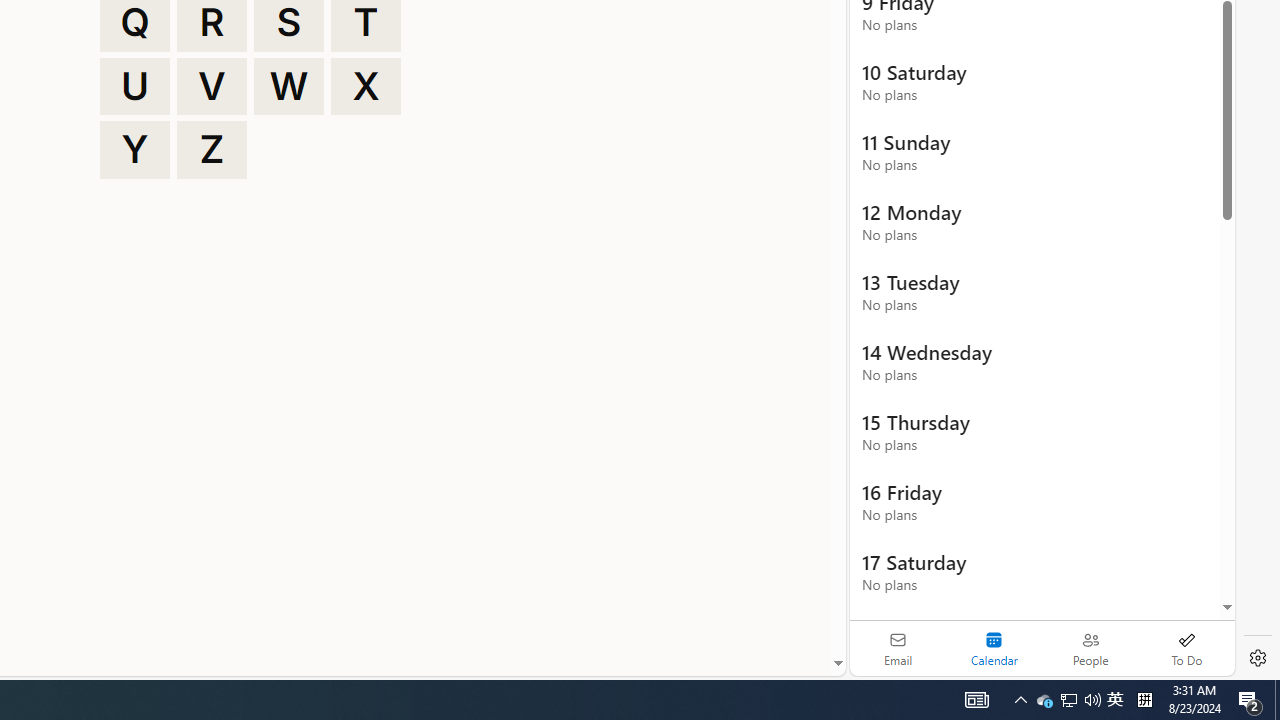  I want to click on 'V', so click(212, 85).